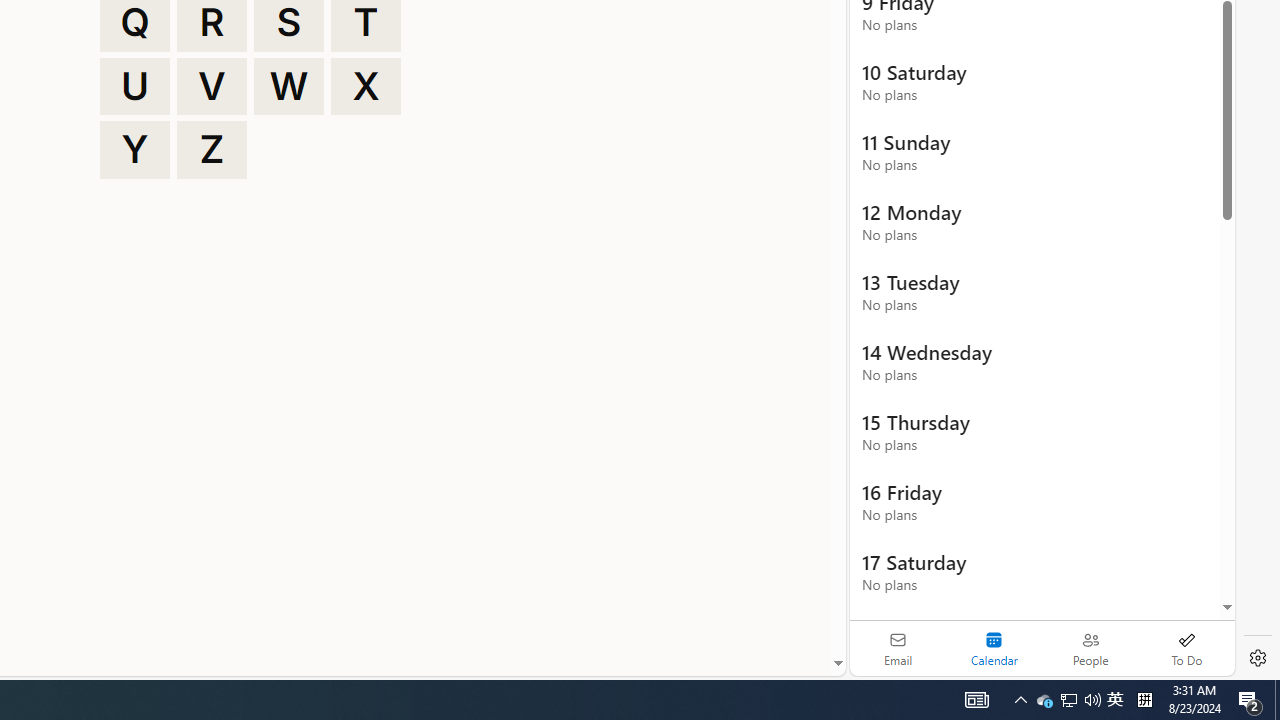  I want to click on 'V', so click(212, 85).